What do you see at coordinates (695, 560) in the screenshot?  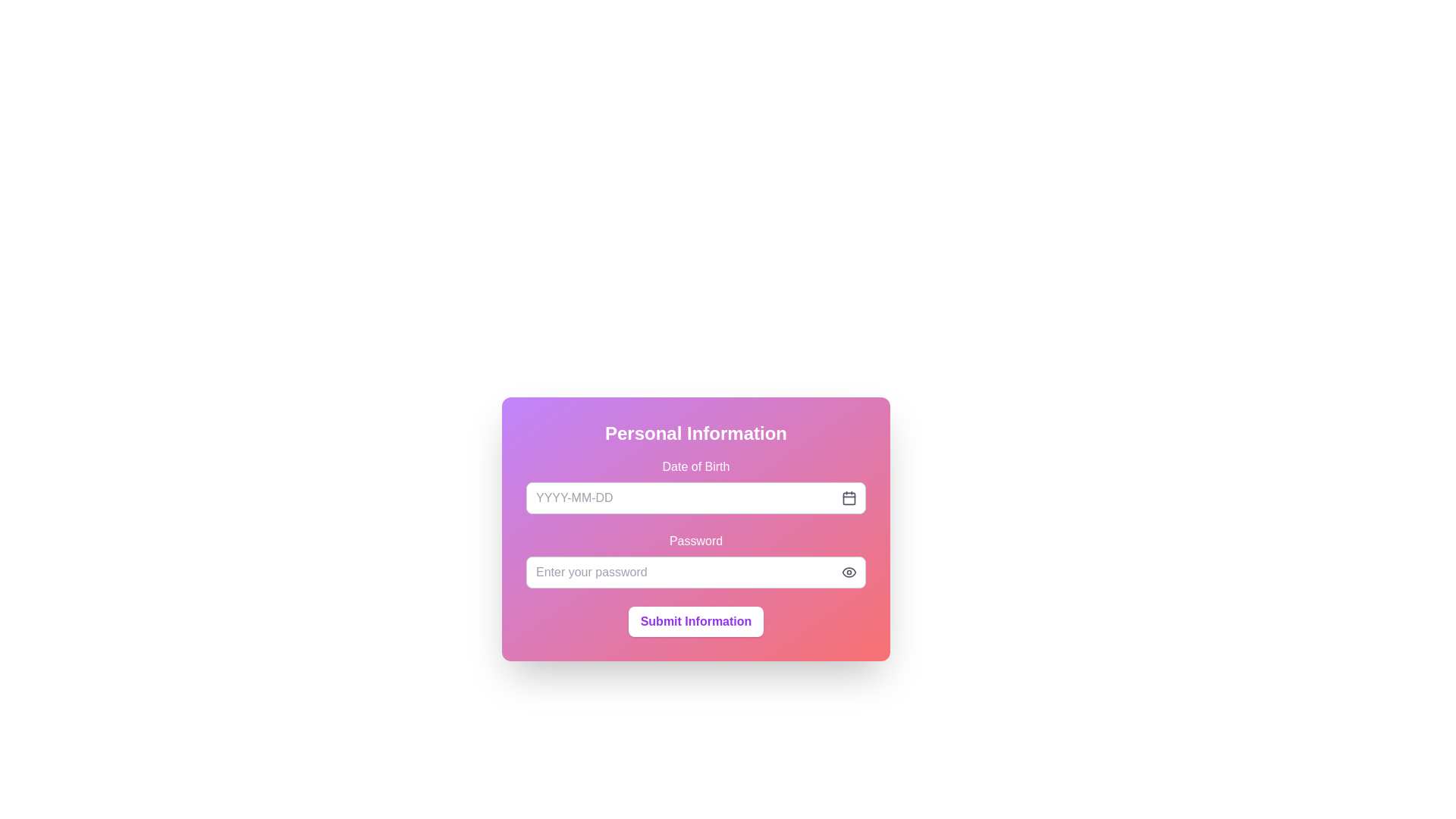 I see `the visibility toggle button of the Password input field located within the 'Personal Information' form` at bounding box center [695, 560].